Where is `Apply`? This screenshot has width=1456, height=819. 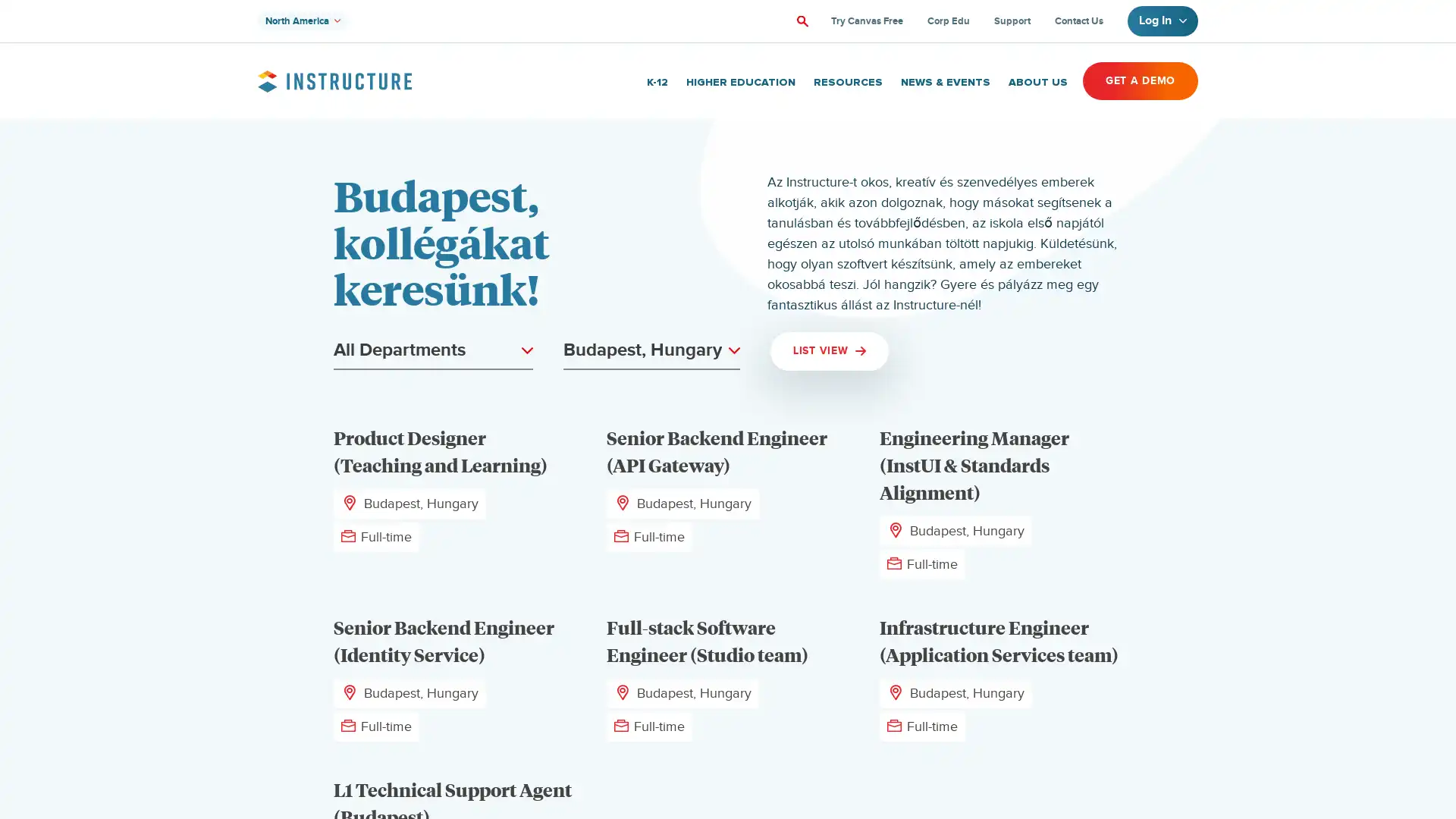 Apply is located at coordinates (800, 20).